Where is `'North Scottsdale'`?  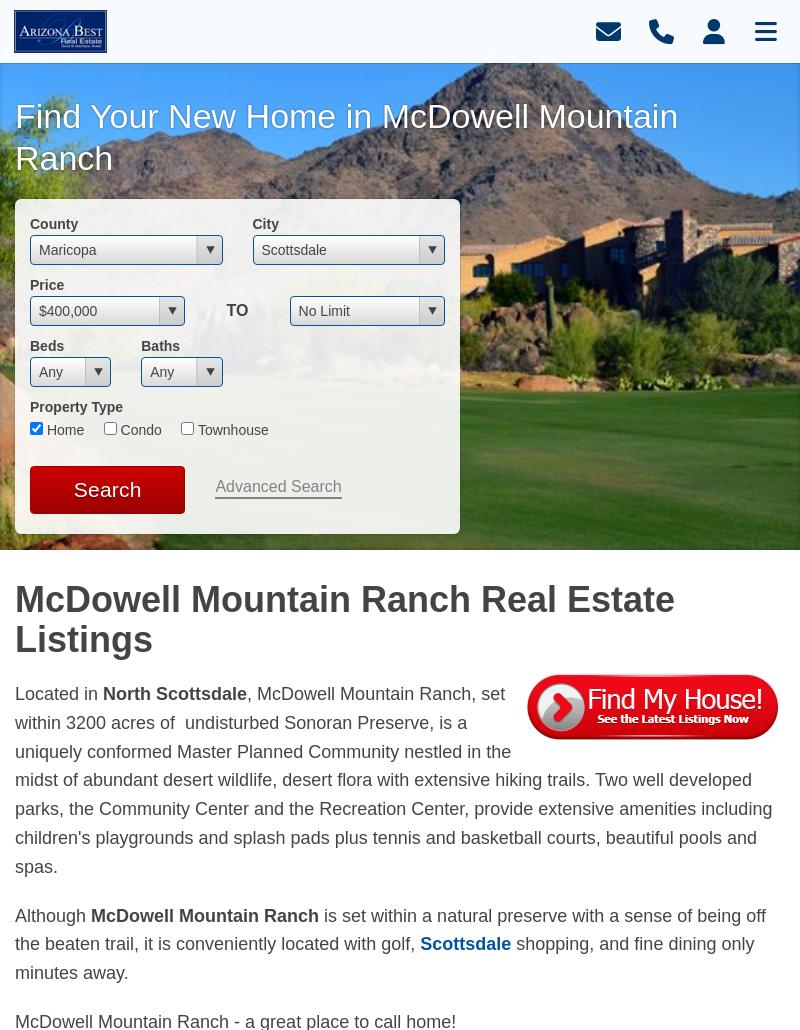 'North Scottsdale' is located at coordinates (174, 694).